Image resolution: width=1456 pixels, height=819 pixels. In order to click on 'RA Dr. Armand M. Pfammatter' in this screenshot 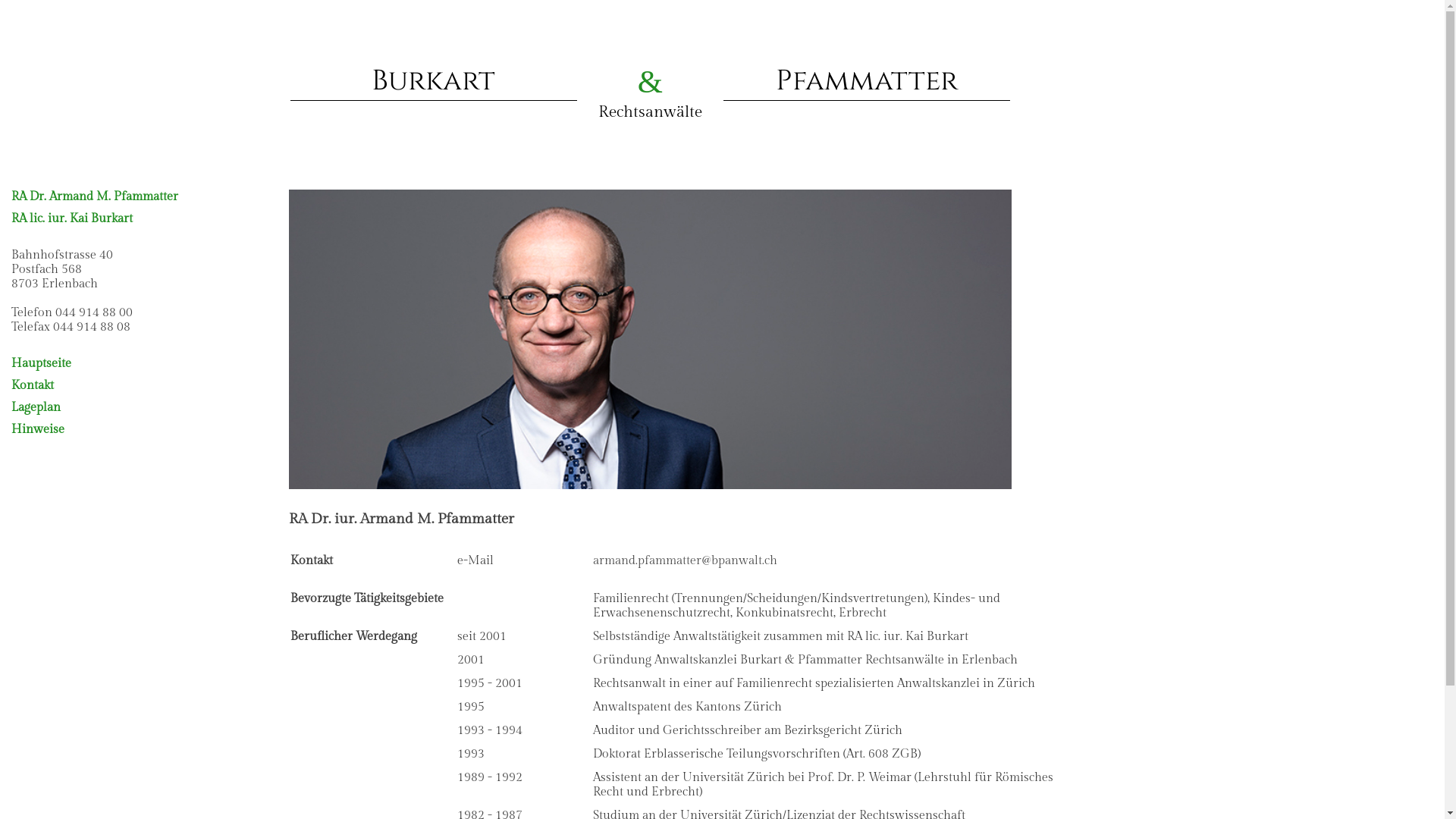, I will do `click(93, 196)`.